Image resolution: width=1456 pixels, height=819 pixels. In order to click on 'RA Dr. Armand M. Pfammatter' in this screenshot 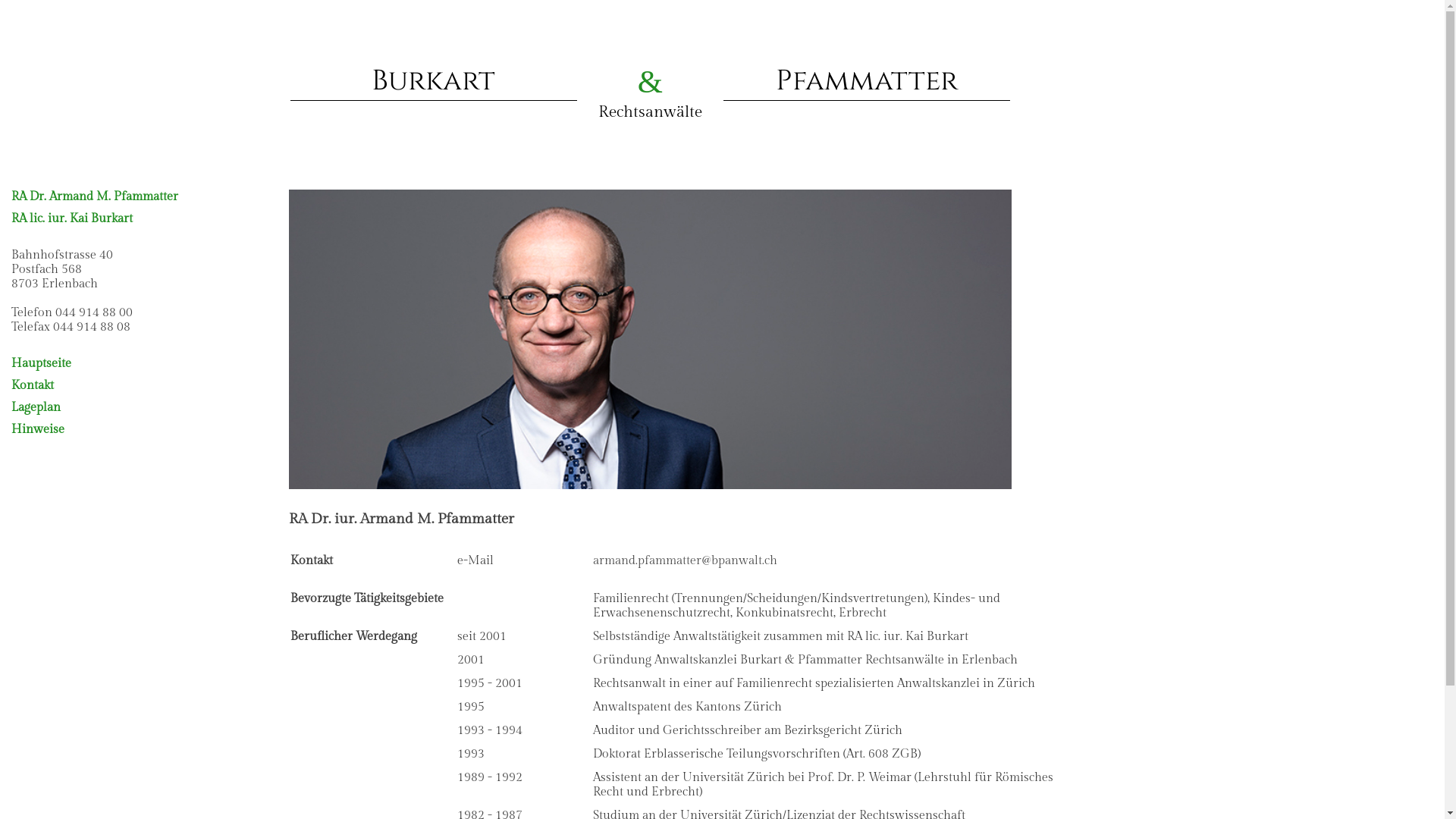, I will do `click(93, 196)`.